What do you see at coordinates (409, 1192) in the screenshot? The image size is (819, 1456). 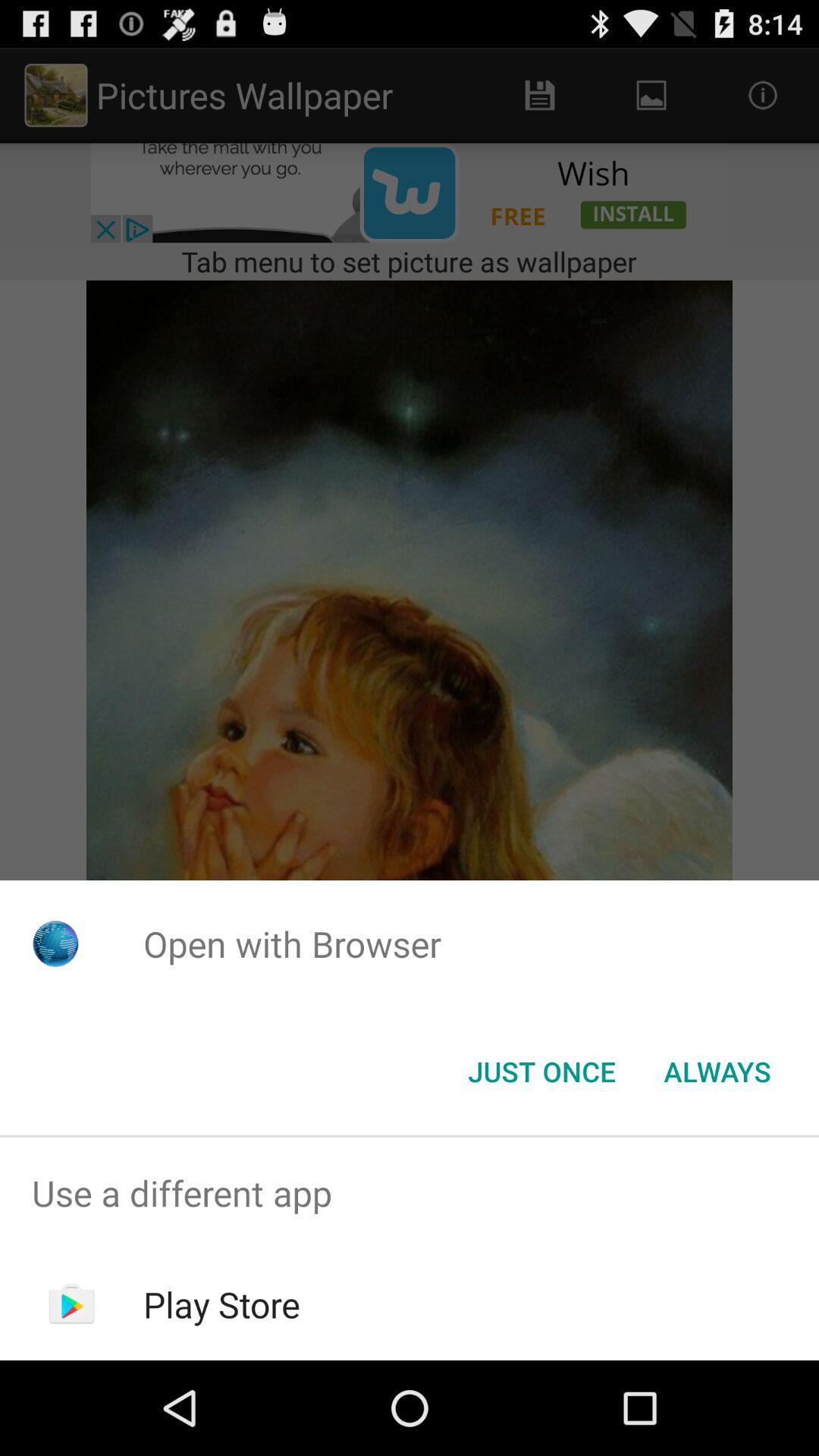 I see `use a different app` at bounding box center [409, 1192].